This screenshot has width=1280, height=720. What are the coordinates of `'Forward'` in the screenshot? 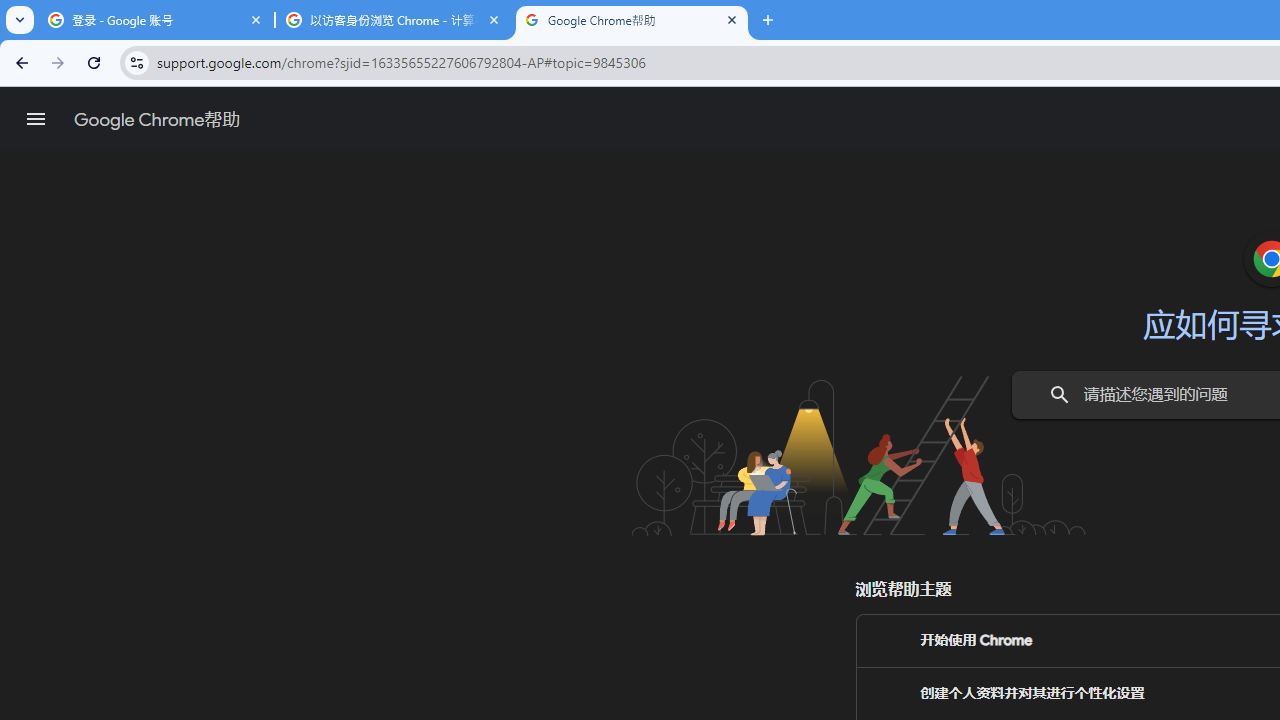 It's located at (58, 61).